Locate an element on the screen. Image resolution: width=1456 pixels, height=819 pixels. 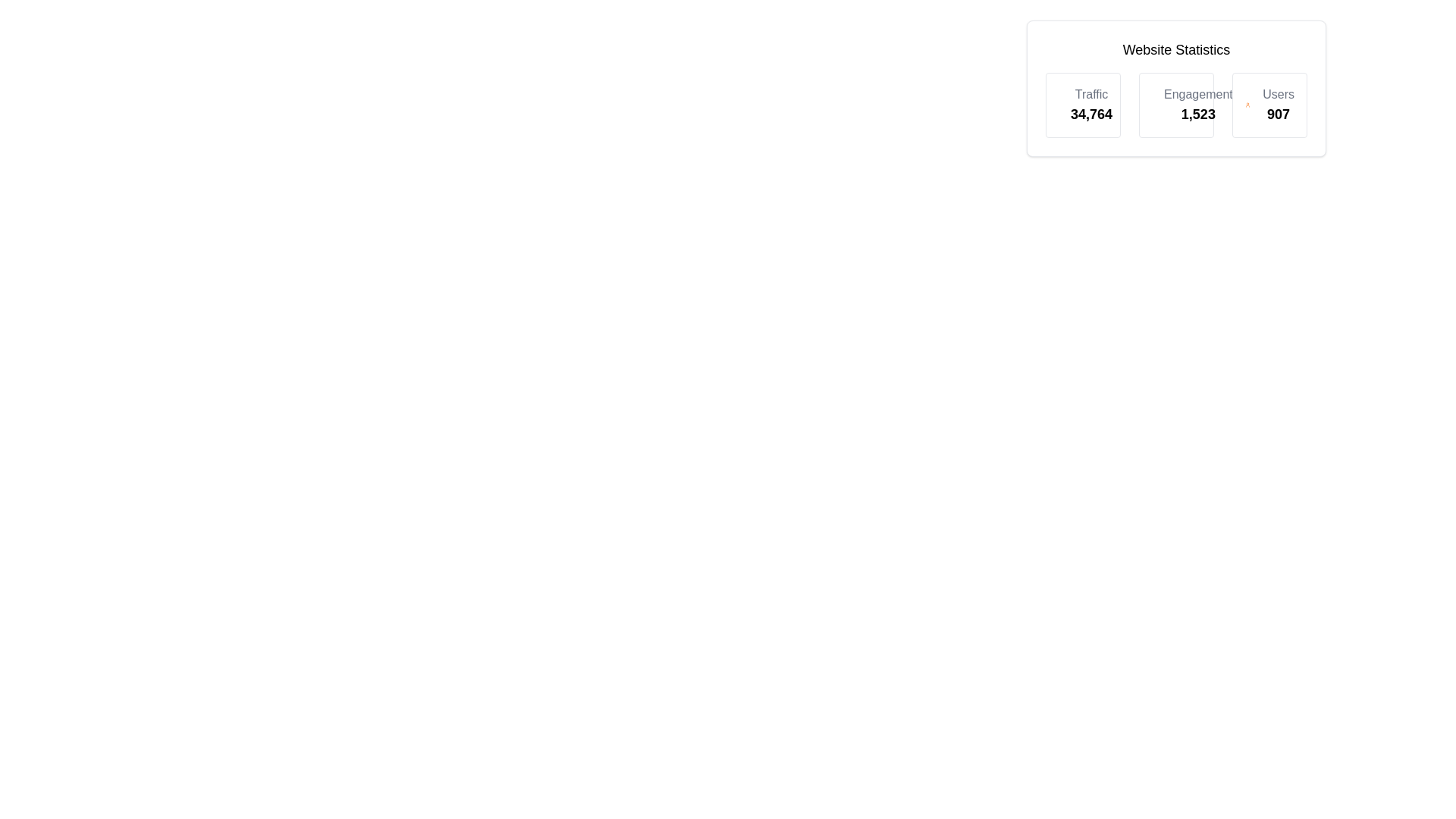
the Circle element within the SVG graphic that enhances the 'Engagement' statistic in the 'Website Statistics' section is located at coordinates (1160, 102).